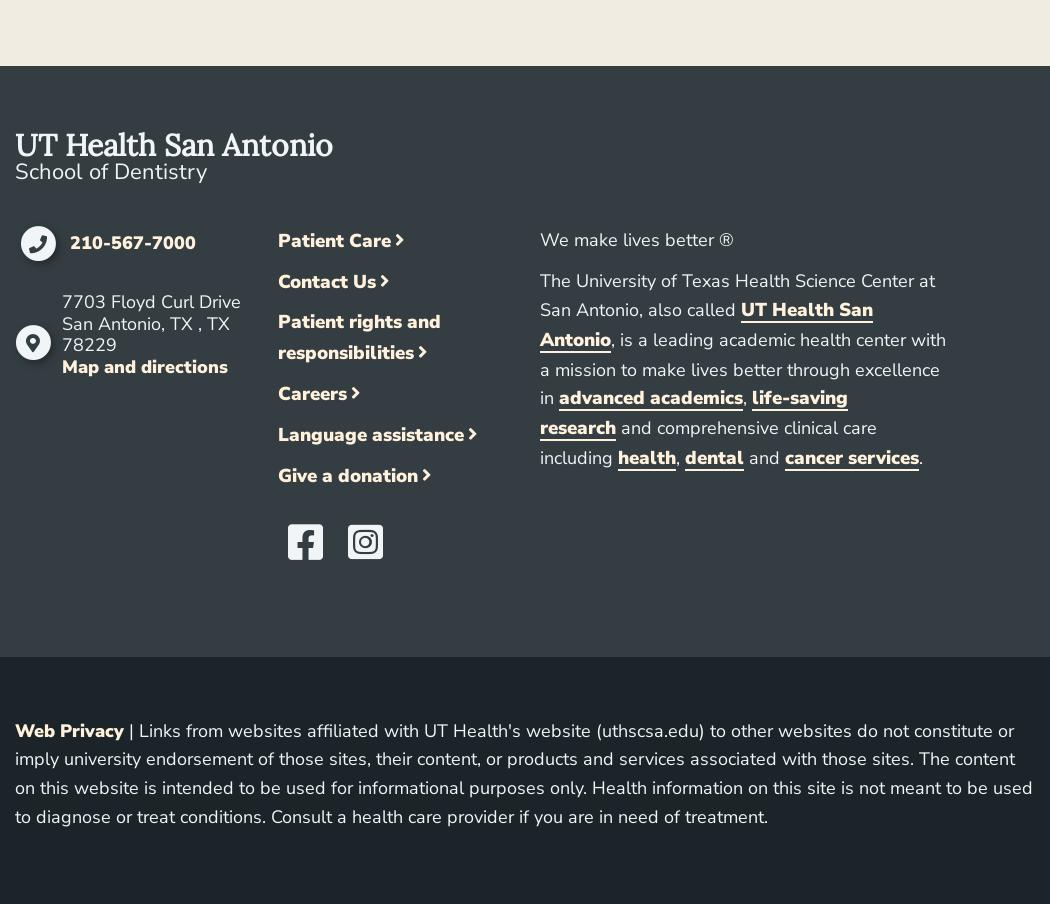 This screenshot has width=1050, height=904. What do you see at coordinates (540, 413) in the screenshot?
I see `'life-saving research'` at bounding box center [540, 413].